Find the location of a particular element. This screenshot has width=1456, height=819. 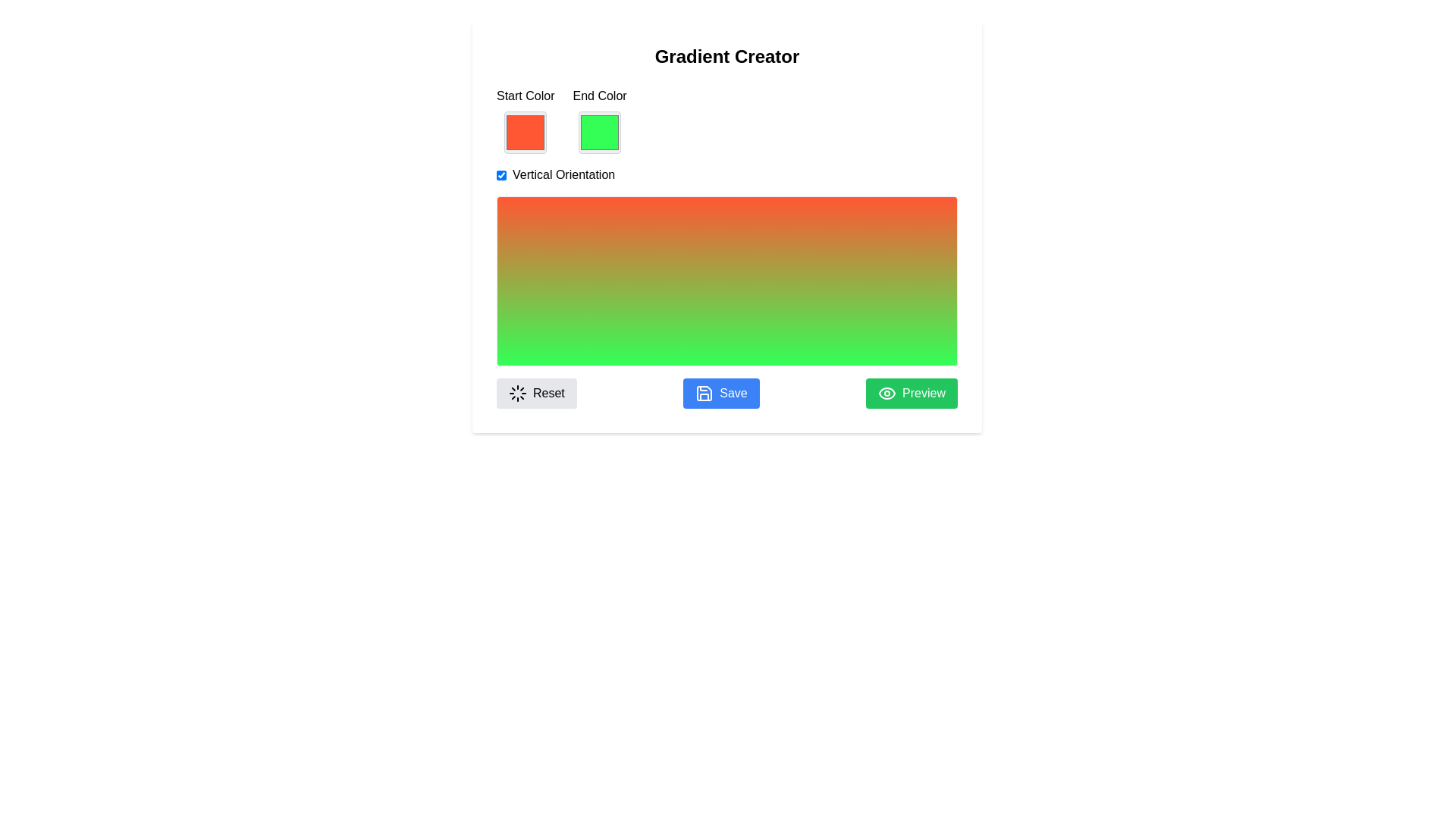

the static visual display with a gradient background transitioning from red to green, located below the 'Vertical Orientation' section and above the 'Reset', 'Save', and 'Preview' buttons is located at coordinates (726, 281).